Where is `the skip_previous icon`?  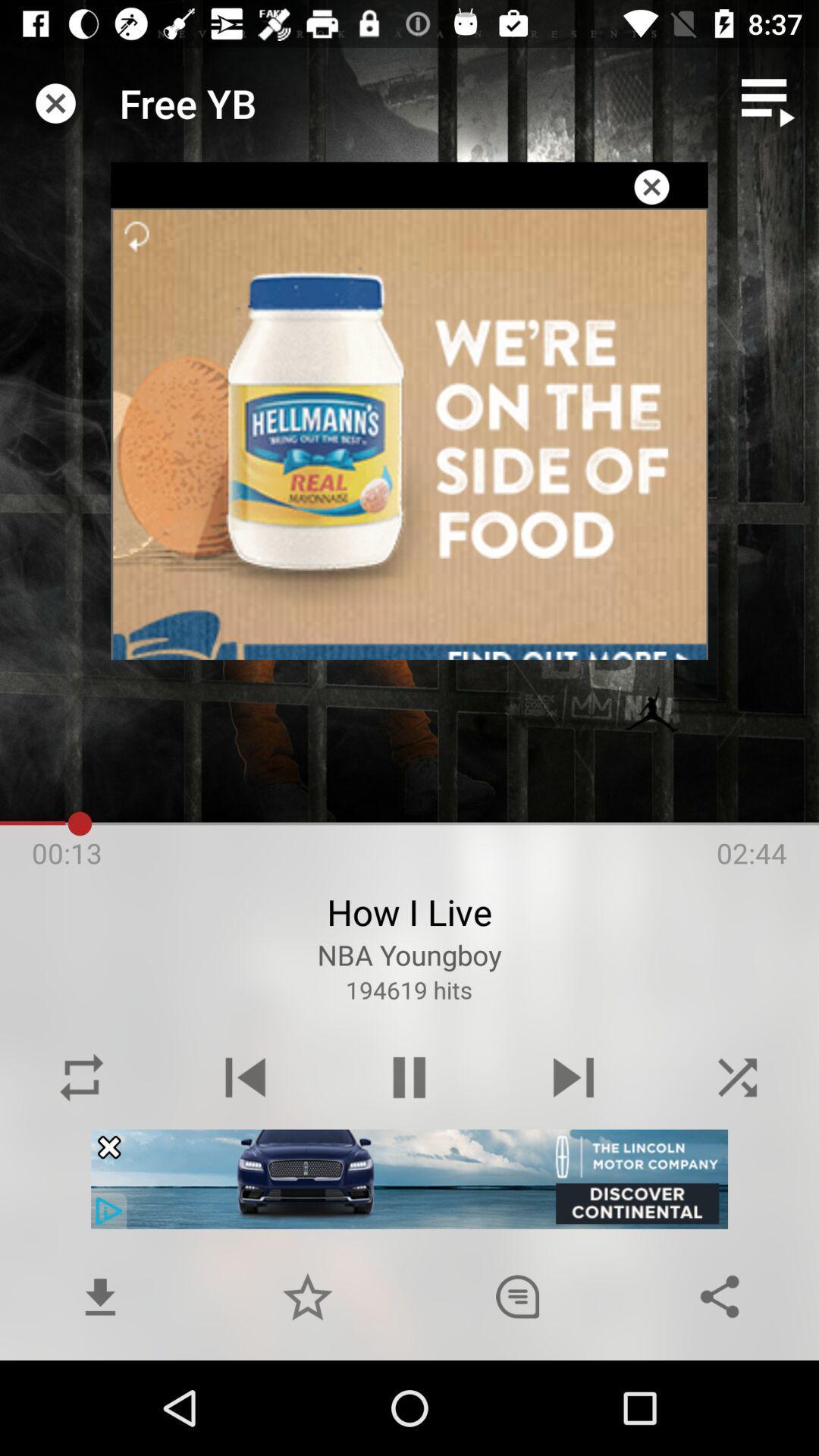 the skip_previous icon is located at coordinates (245, 1077).